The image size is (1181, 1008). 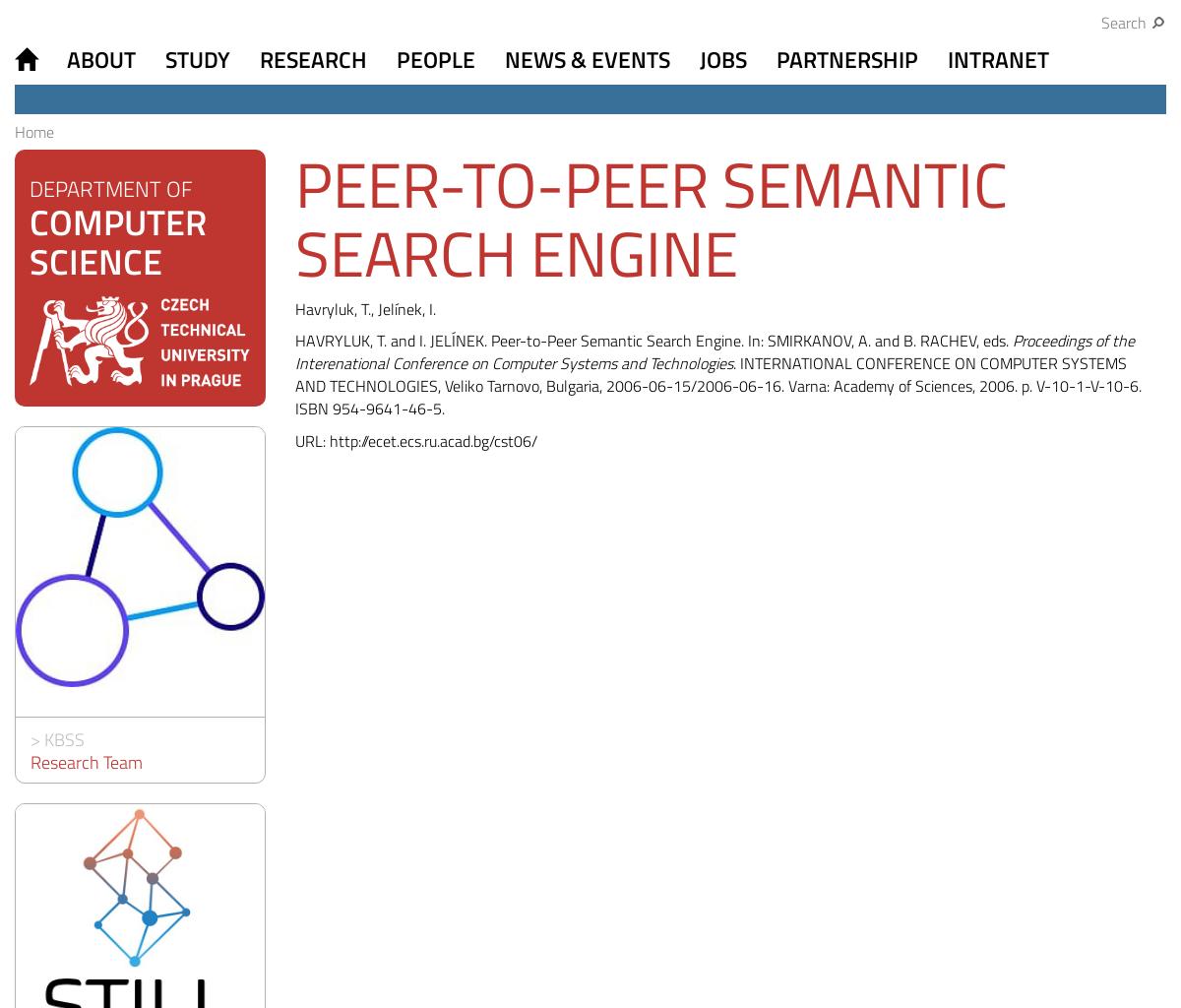 I want to click on 'Proceedings of the Interenational Conference on Computer Systems and Technologies', so click(x=715, y=351).